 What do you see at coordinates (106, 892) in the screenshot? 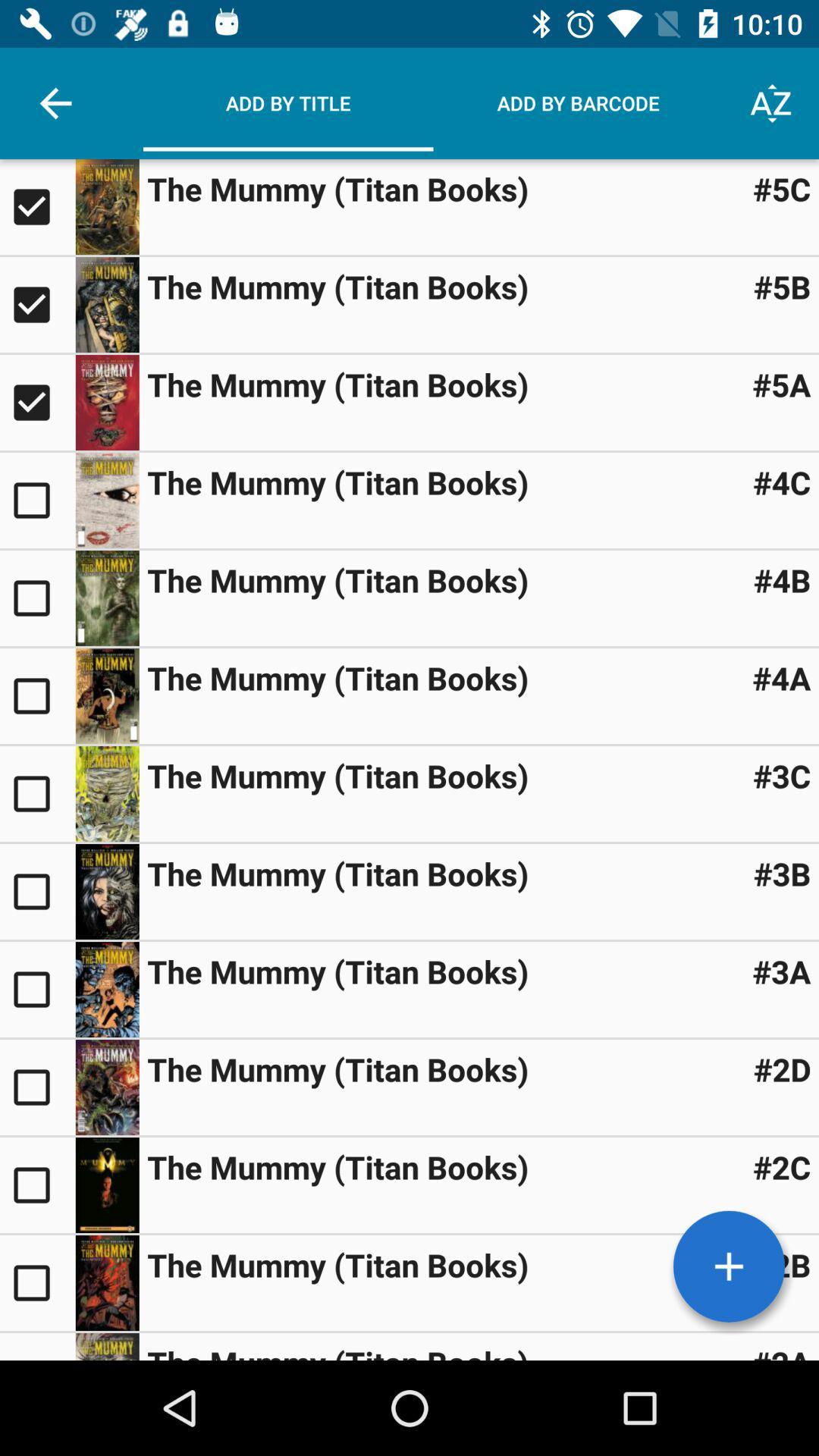
I see `open this book info page` at bounding box center [106, 892].